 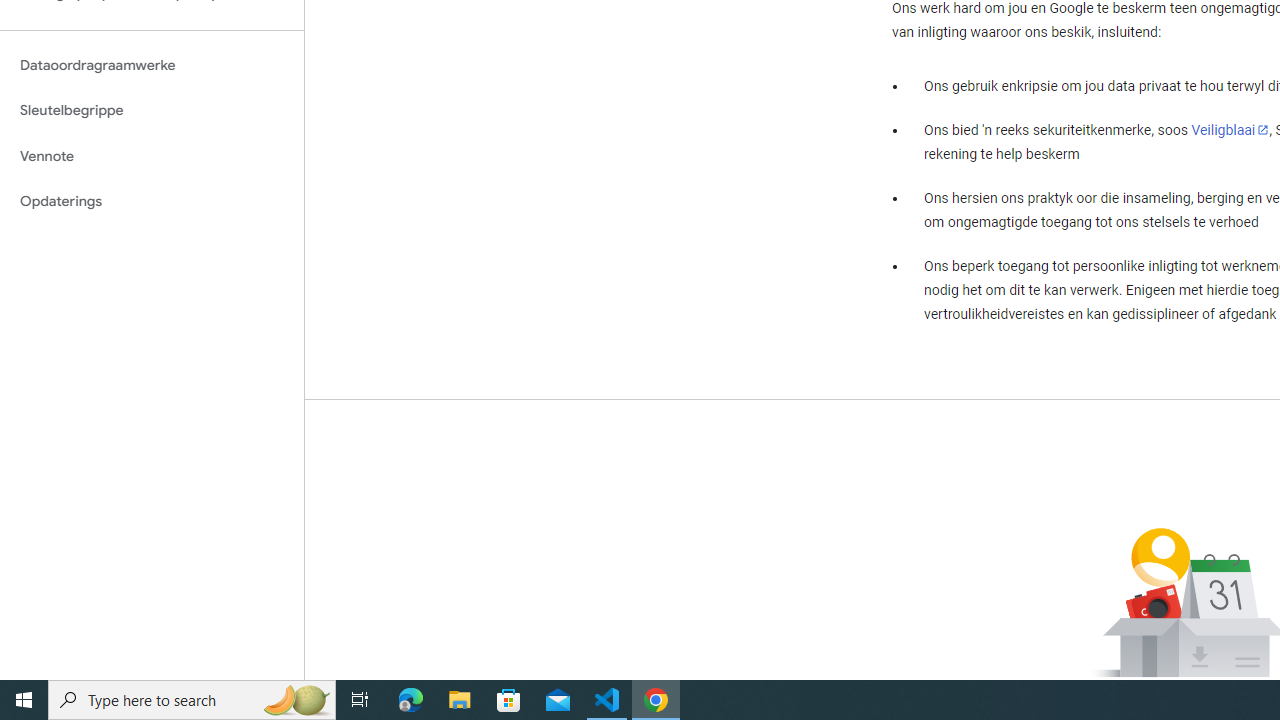 I want to click on 'Dataoordragraamwerke', so click(x=151, y=64).